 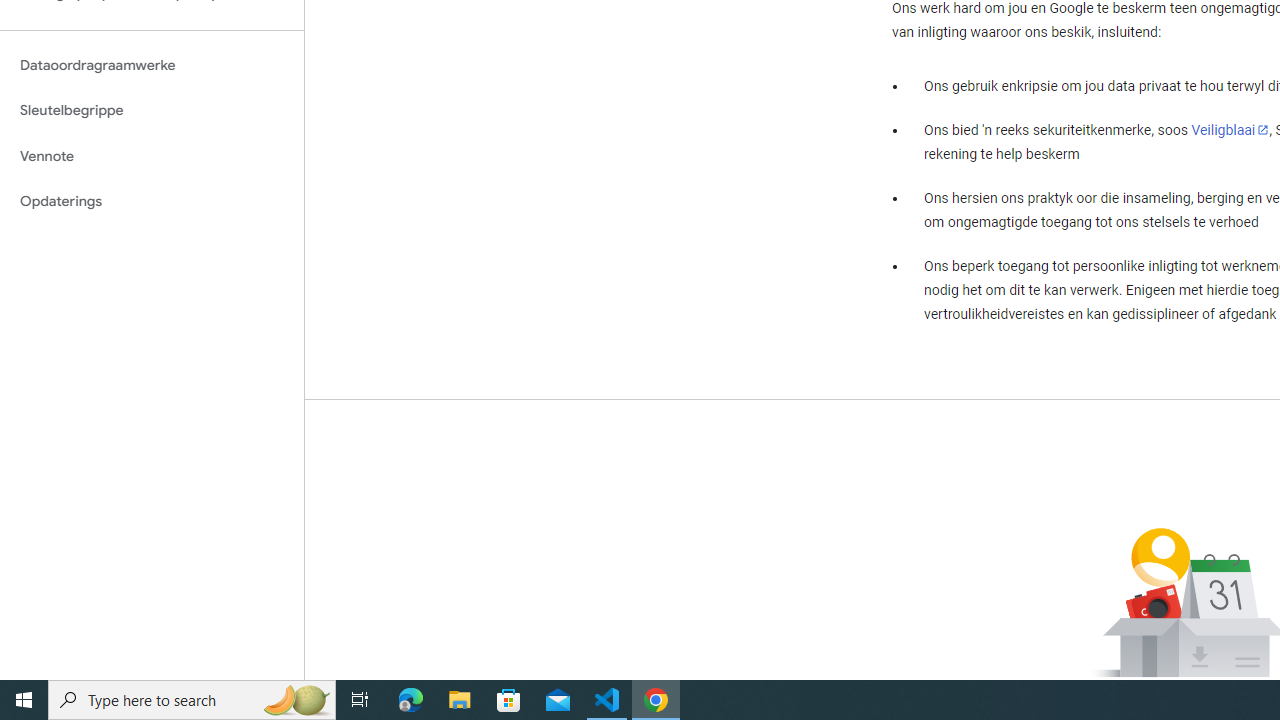 I want to click on 'Dataoordragraamwerke', so click(x=151, y=64).